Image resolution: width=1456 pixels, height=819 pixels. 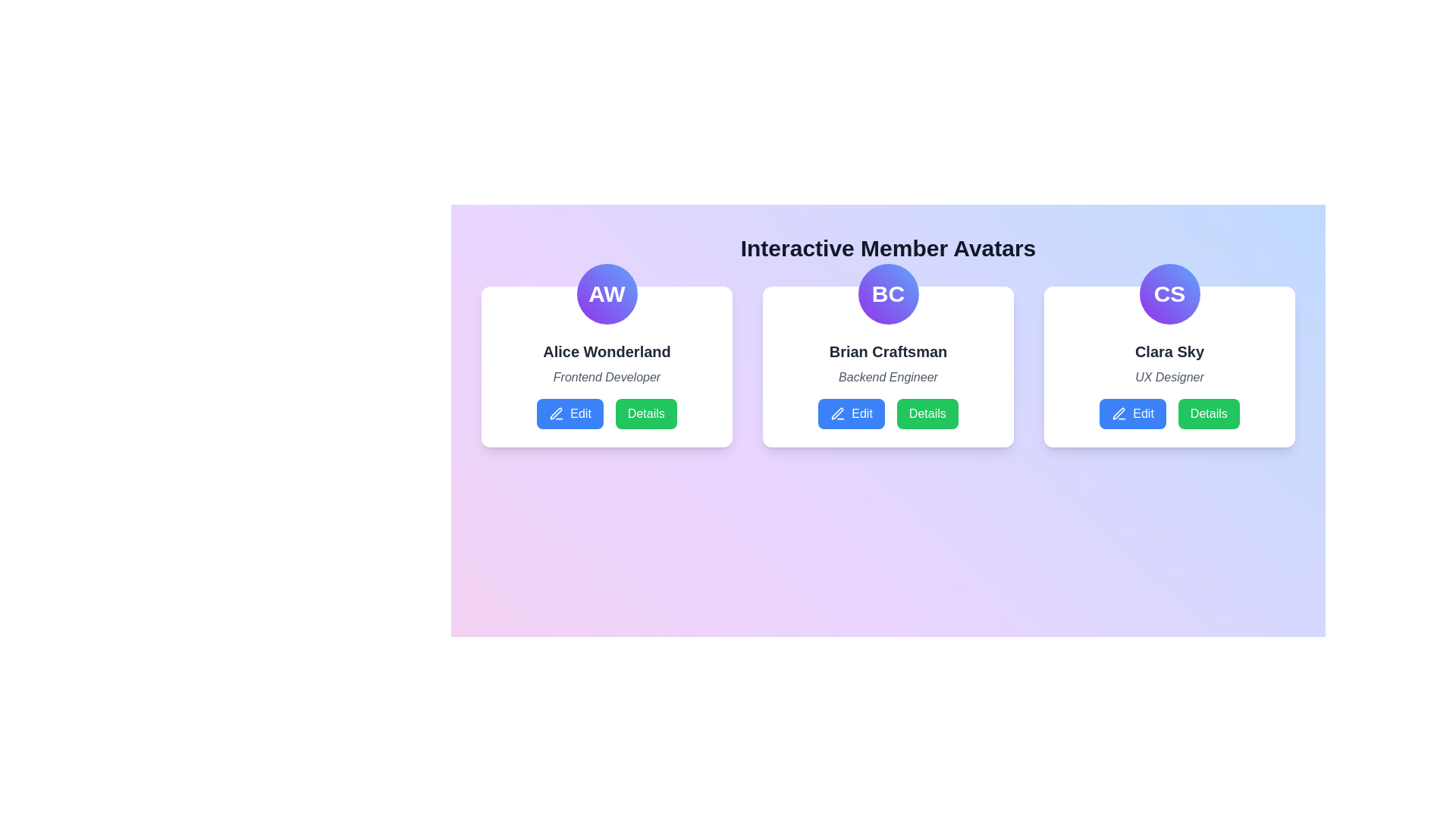 I want to click on the pen icon within the blue 'Edit' button located beneath Clara Sky's profile card, so click(x=1119, y=414).